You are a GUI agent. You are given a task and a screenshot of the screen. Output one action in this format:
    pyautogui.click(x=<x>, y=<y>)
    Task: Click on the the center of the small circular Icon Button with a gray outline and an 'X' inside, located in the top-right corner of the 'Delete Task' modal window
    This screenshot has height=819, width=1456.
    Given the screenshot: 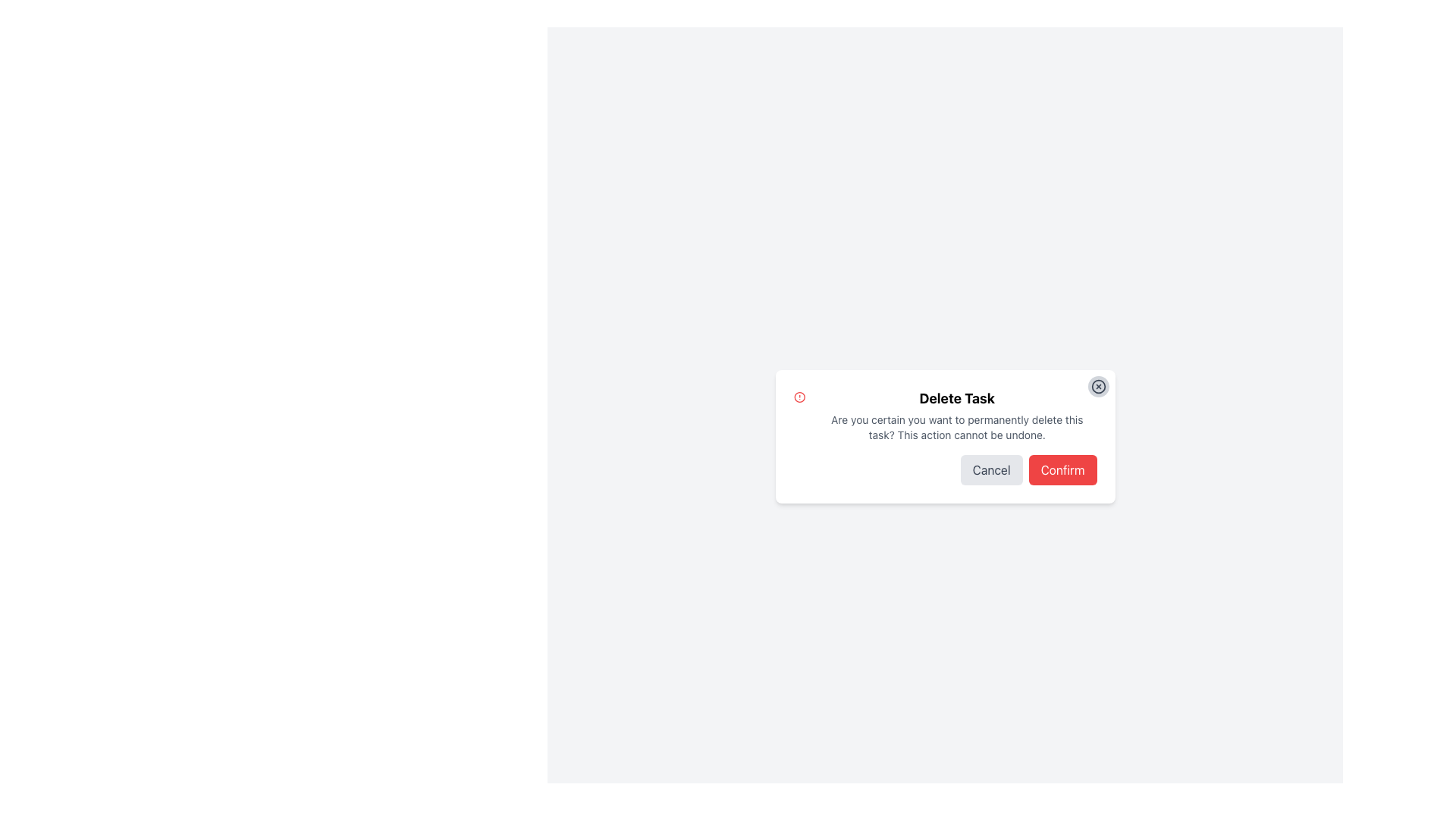 What is the action you would take?
    pyautogui.click(x=1098, y=385)
    